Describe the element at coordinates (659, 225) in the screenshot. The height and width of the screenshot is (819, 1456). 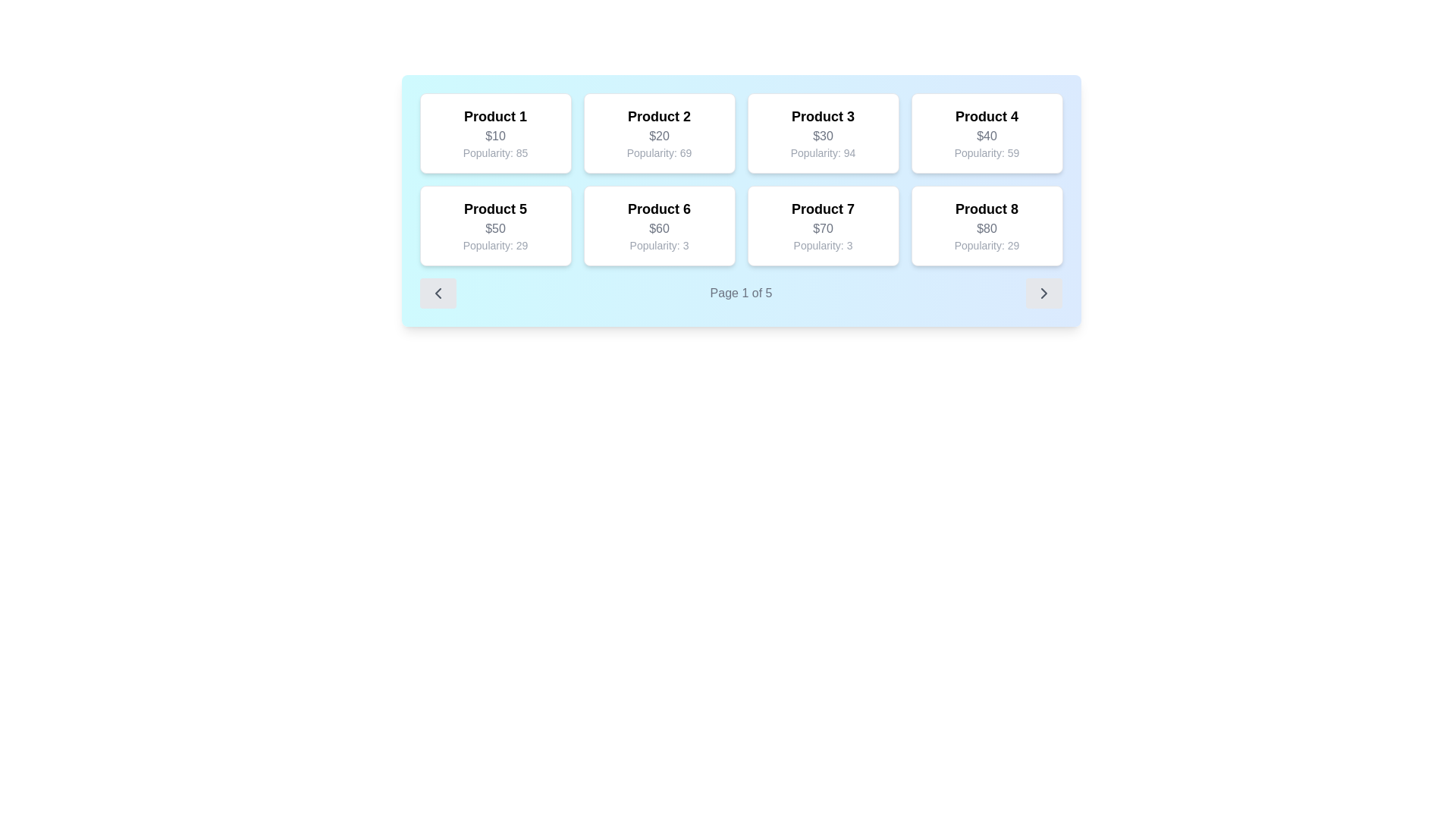
I see `the Information card displaying 'Product 6', which has a white background and rounded edges, located` at that location.